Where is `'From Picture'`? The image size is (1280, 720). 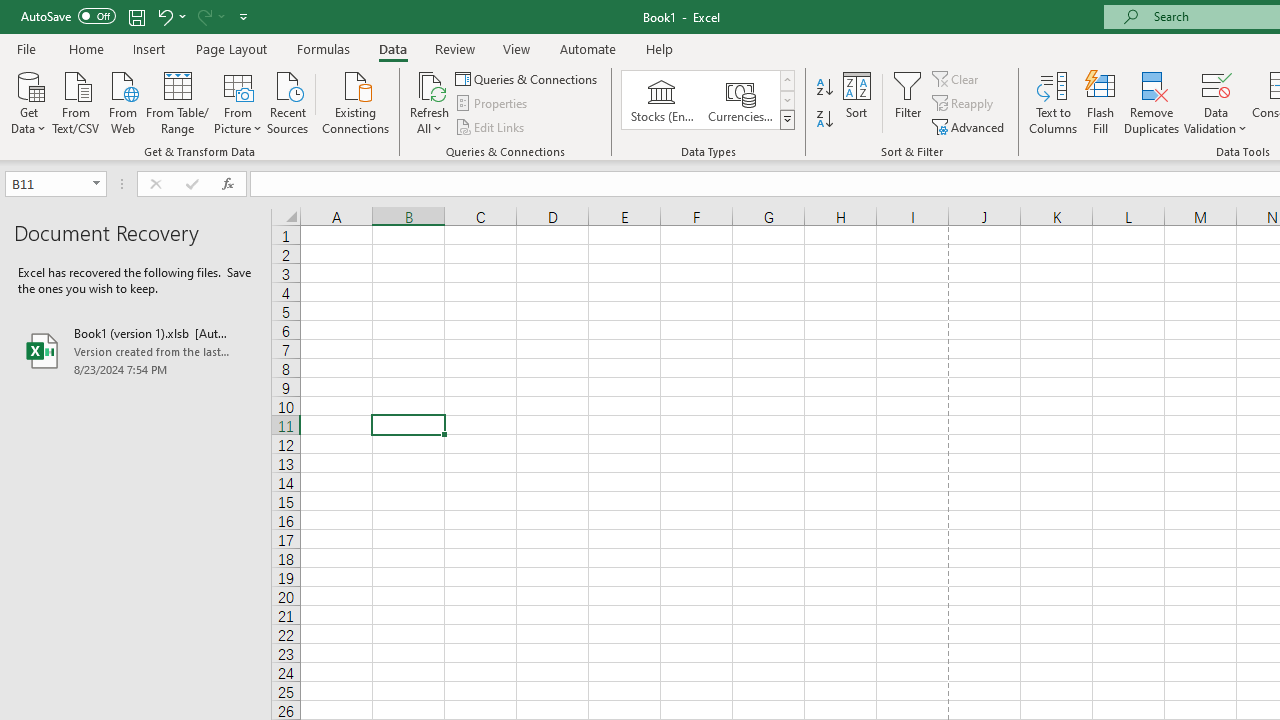
'From Picture' is located at coordinates (238, 101).